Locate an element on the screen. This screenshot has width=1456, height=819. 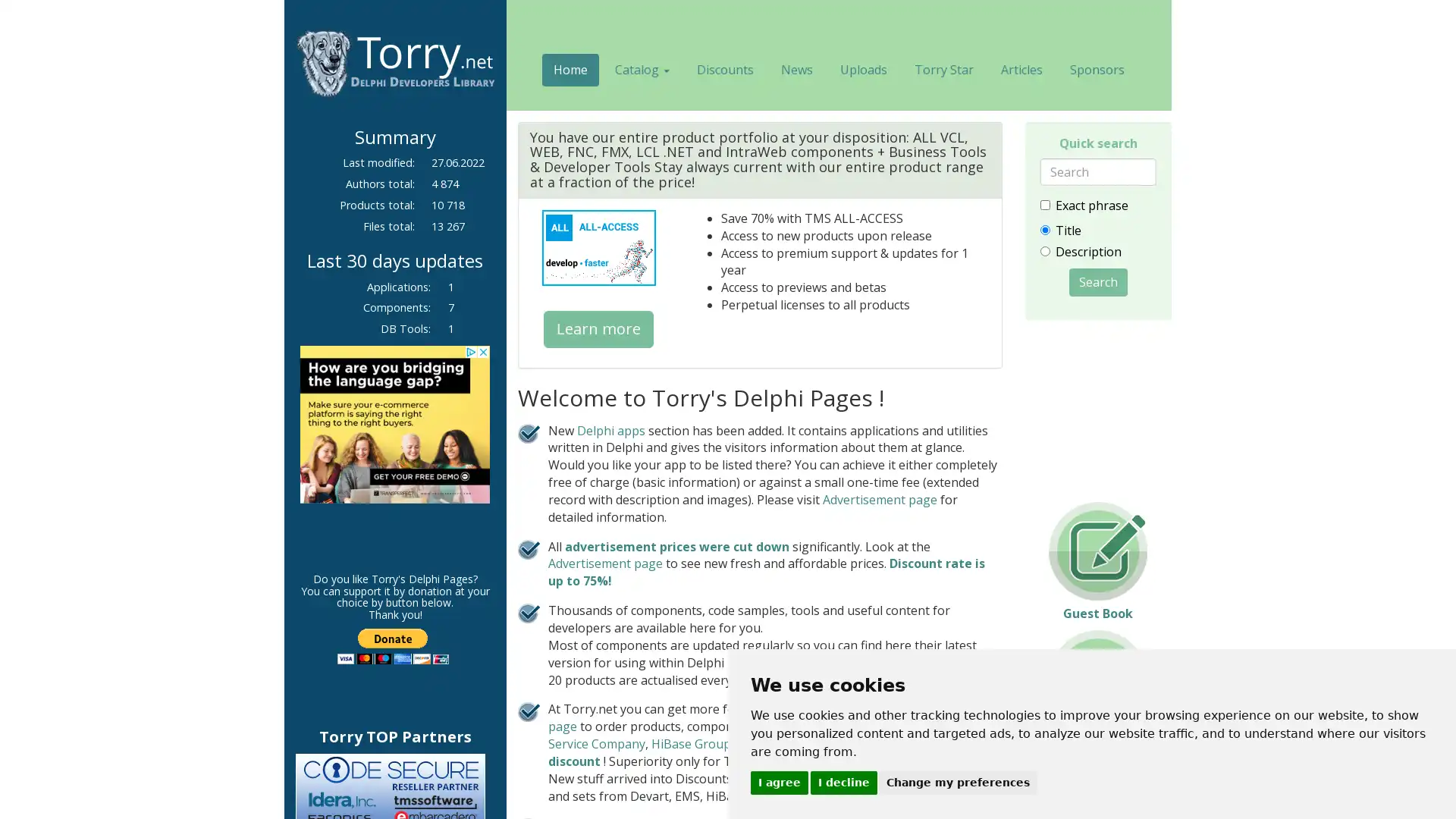
I decline is located at coordinates (843, 782).